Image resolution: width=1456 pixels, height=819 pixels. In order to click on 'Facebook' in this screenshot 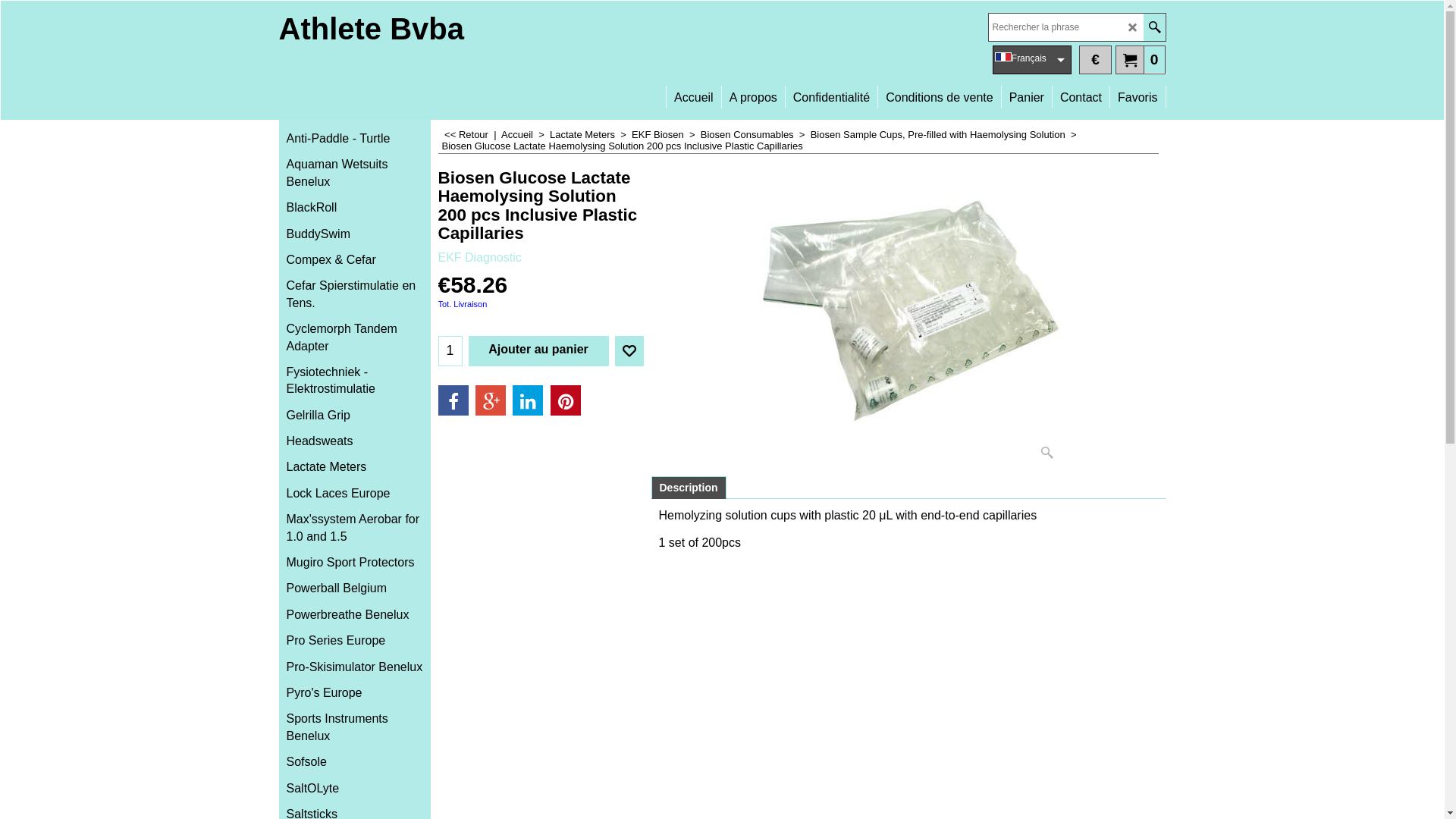, I will do `click(437, 400)`.